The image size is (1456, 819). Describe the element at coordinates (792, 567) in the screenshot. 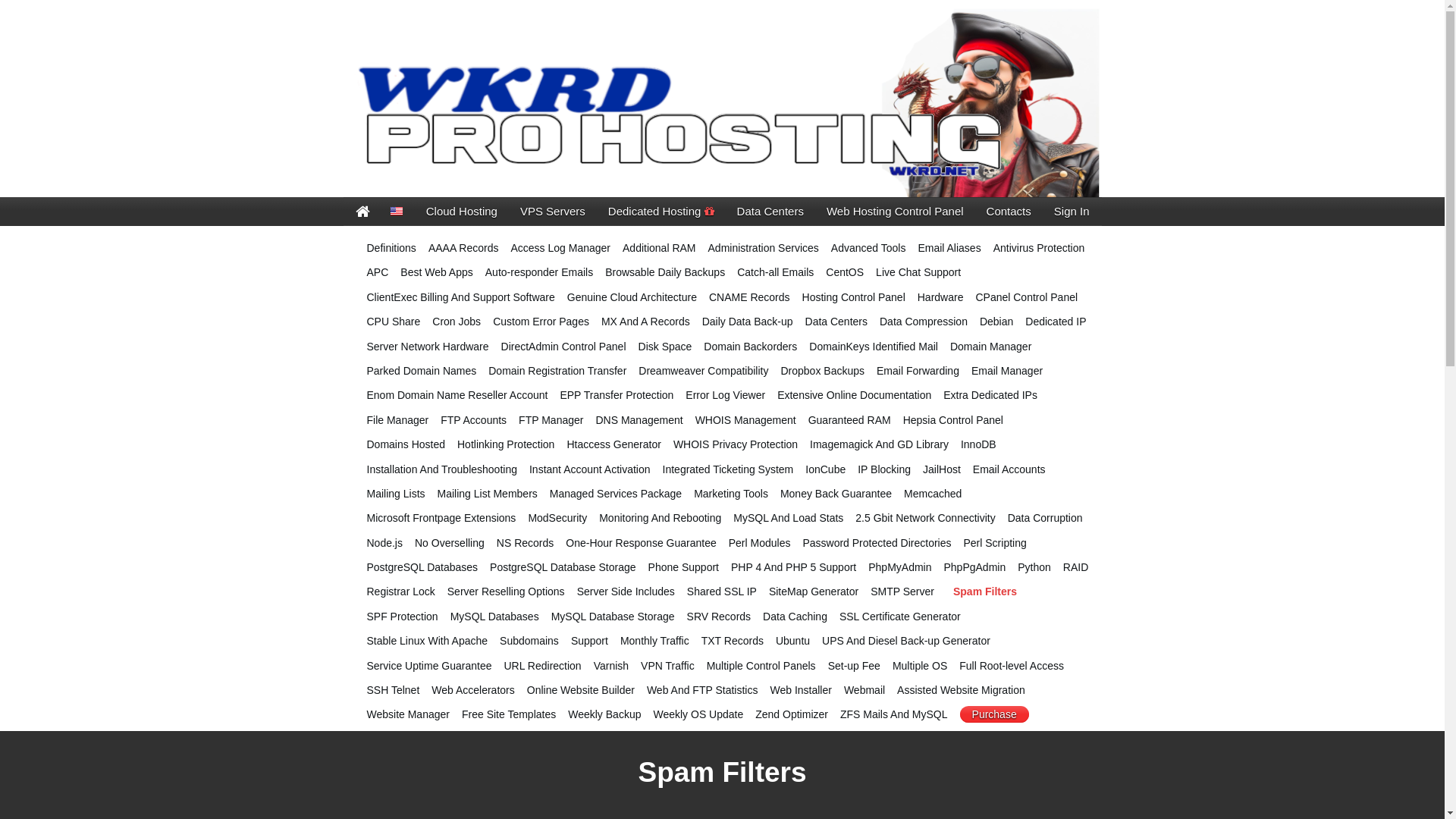

I see `'PHP 4 And PHP 5 Support'` at that location.